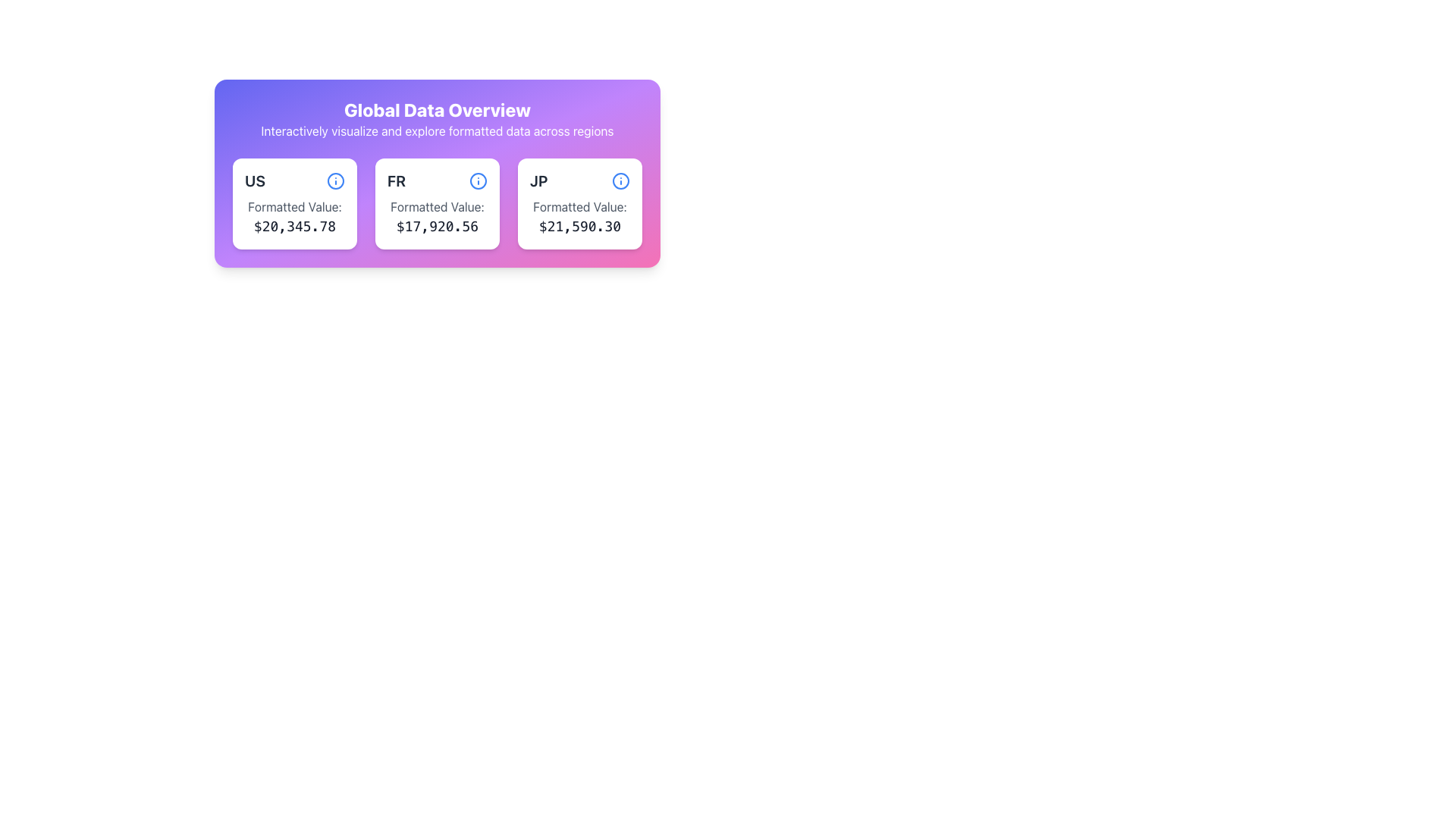 This screenshot has height=819, width=1456. What do you see at coordinates (538, 180) in the screenshot?
I see `text element 'JP' which serves as an identifier for the Japan card located in the third card from the left` at bounding box center [538, 180].